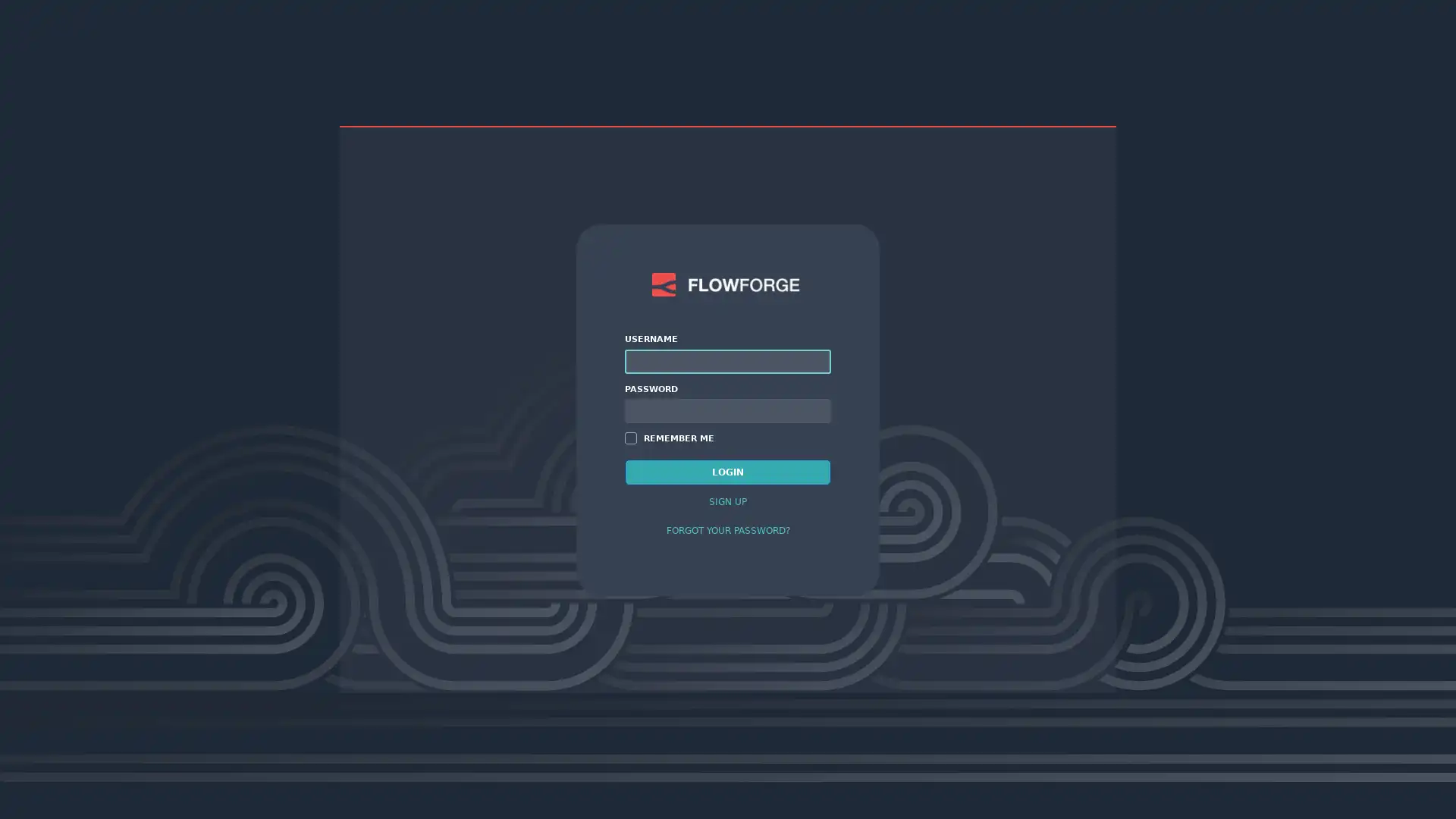  What do you see at coordinates (728, 470) in the screenshot?
I see `LOGIN` at bounding box center [728, 470].